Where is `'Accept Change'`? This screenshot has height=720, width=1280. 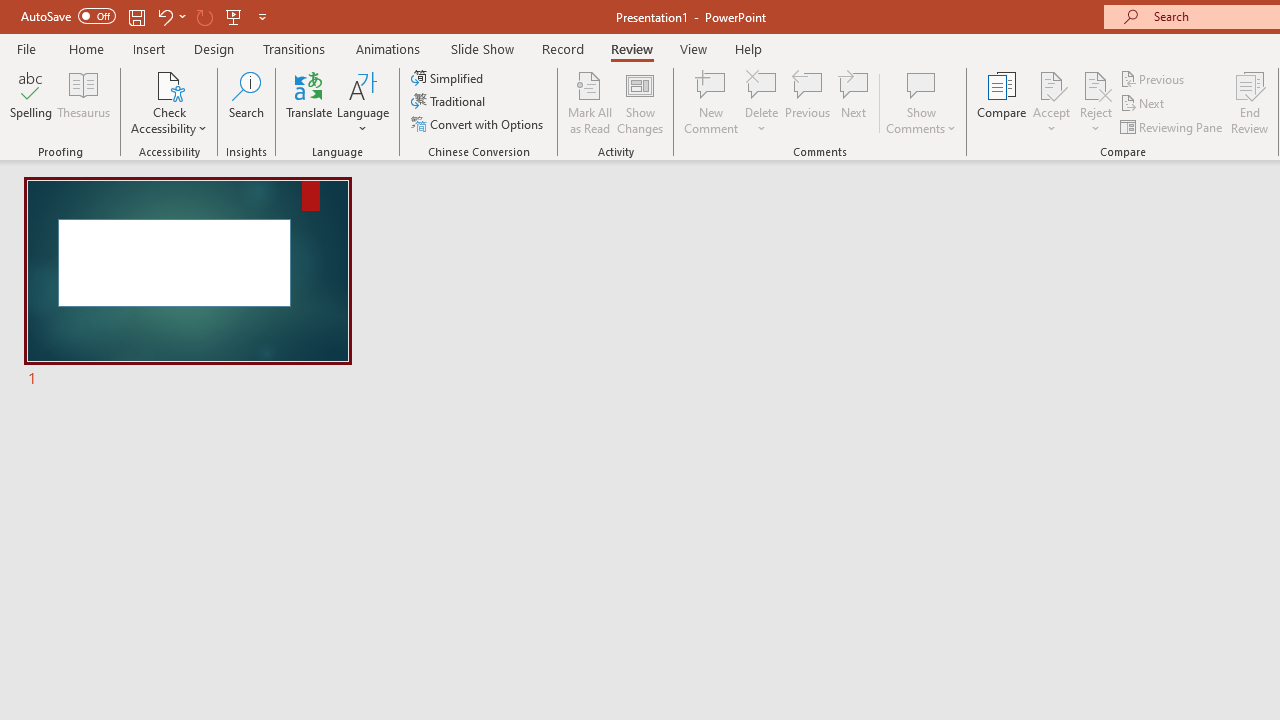 'Accept Change' is located at coordinates (1050, 84).